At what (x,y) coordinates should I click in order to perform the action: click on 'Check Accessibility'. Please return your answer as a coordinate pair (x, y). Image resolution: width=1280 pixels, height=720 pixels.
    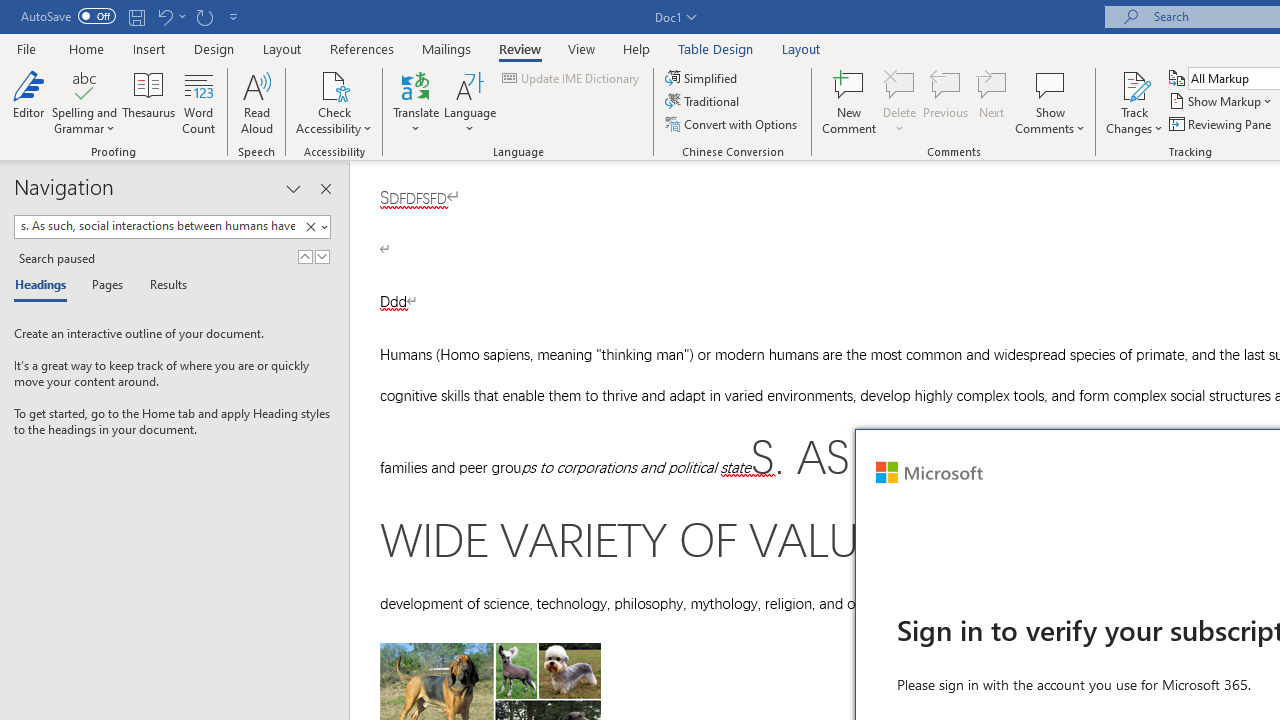
    Looking at the image, I should click on (334, 84).